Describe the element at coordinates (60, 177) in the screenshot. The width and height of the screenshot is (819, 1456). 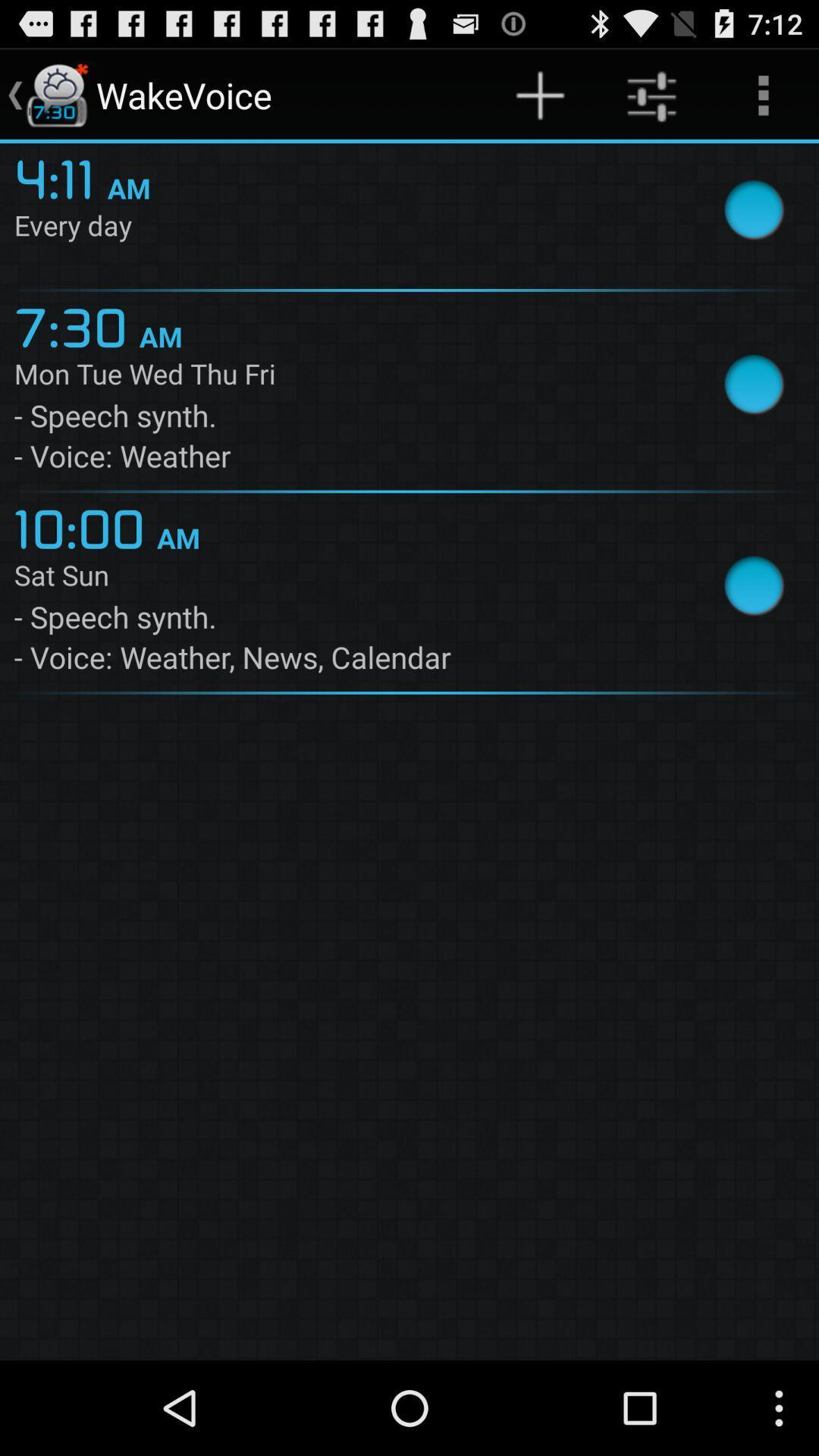
I see `app next to am item` at that location.